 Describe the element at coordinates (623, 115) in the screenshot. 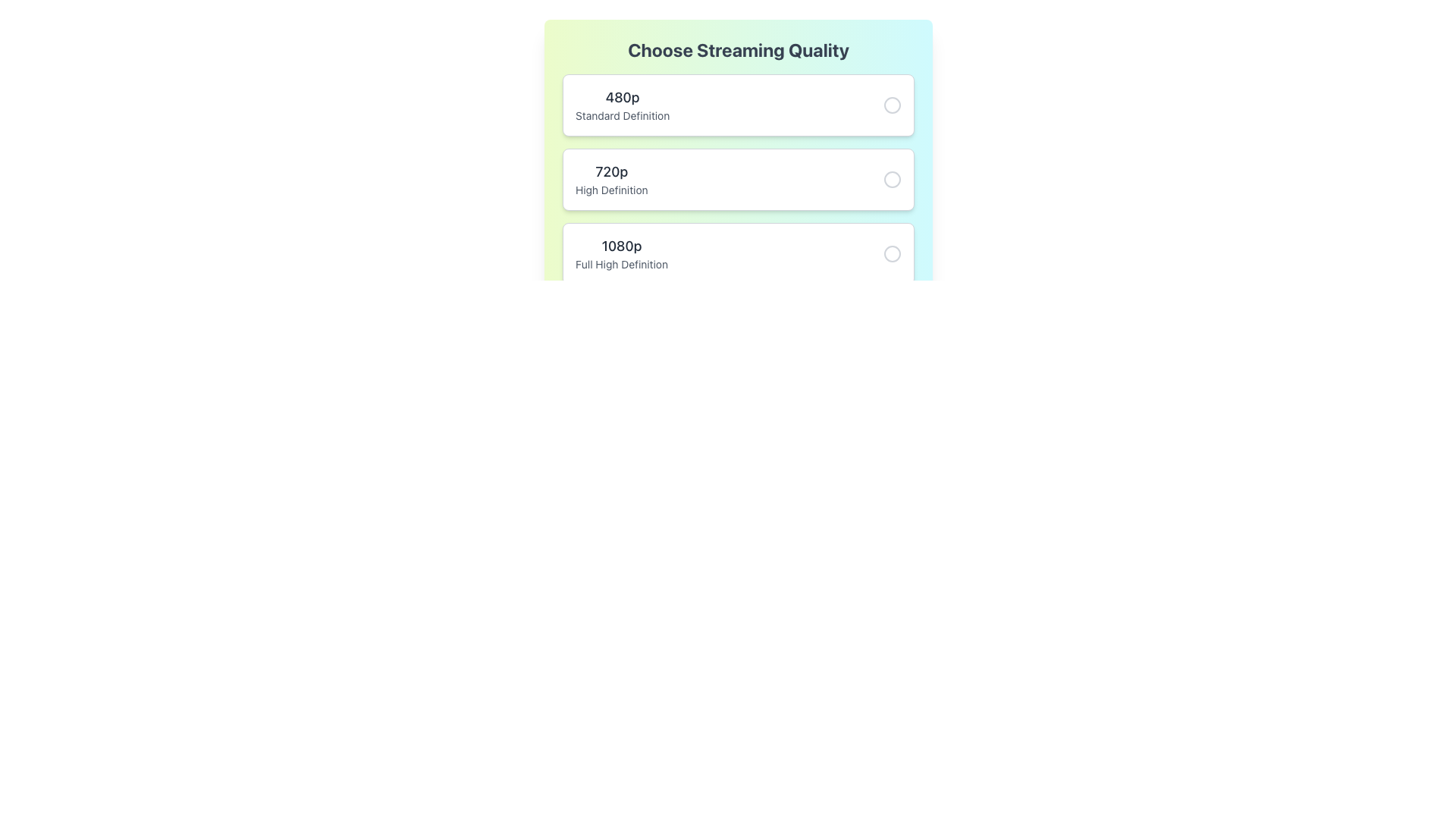

I see `text label displaying 'Standard Definition' located below the '480p' label in the topmost option card for streaming quality` at that location.